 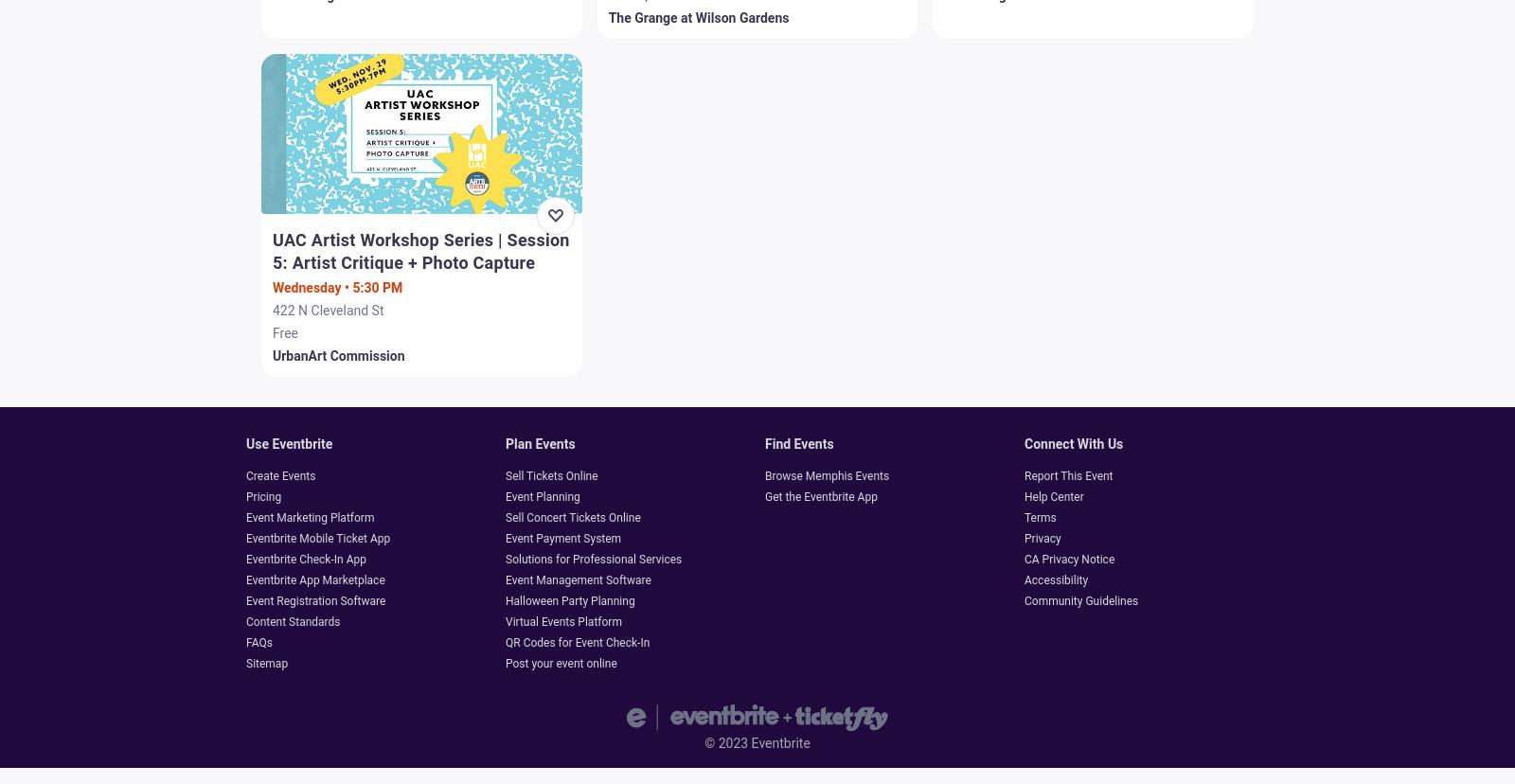 I want to click on 'Free', so click(x=285, y=332).